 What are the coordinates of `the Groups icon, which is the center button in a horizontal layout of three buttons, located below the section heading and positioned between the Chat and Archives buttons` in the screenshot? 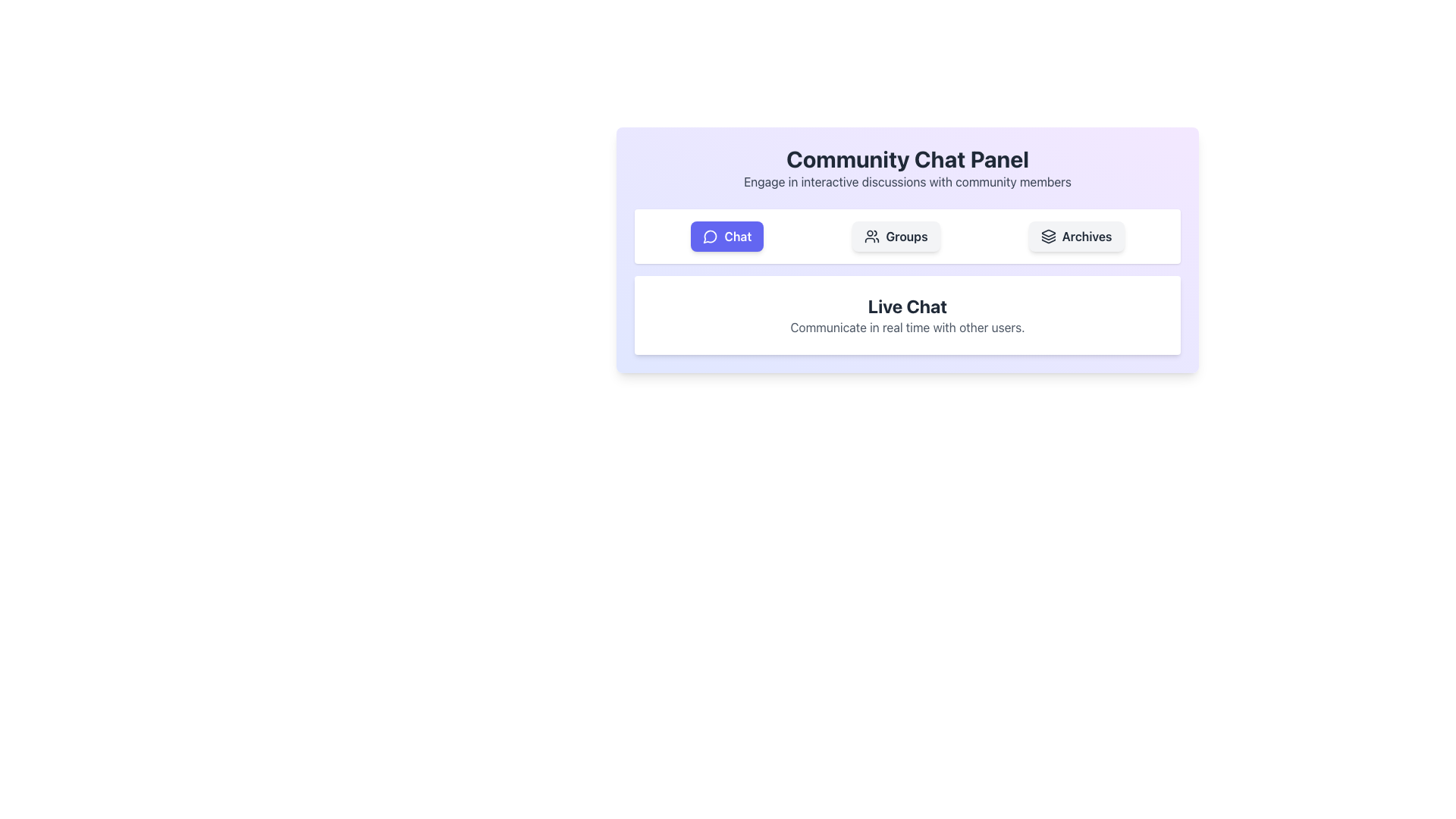 It's located at (872, 237).